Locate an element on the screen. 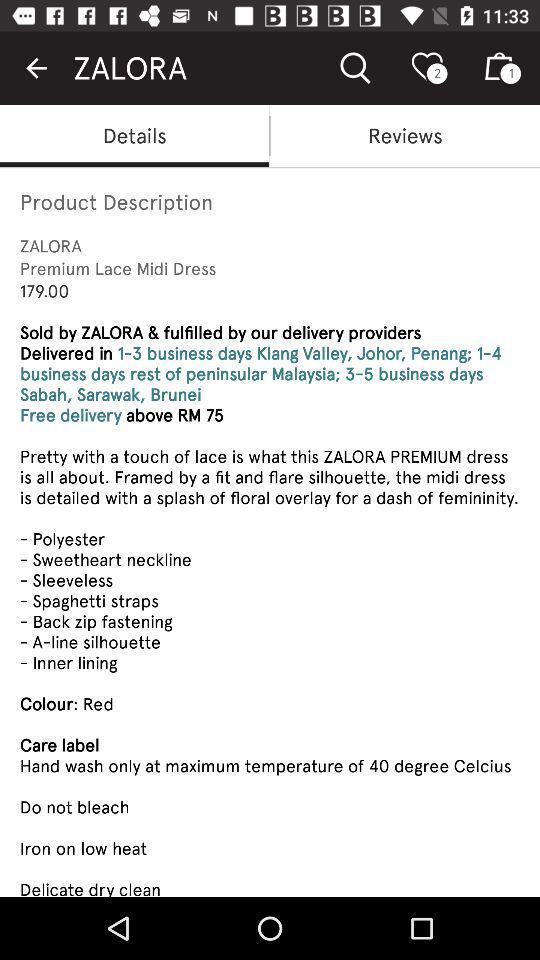  item below zalora is located at coordinates (405, 134).